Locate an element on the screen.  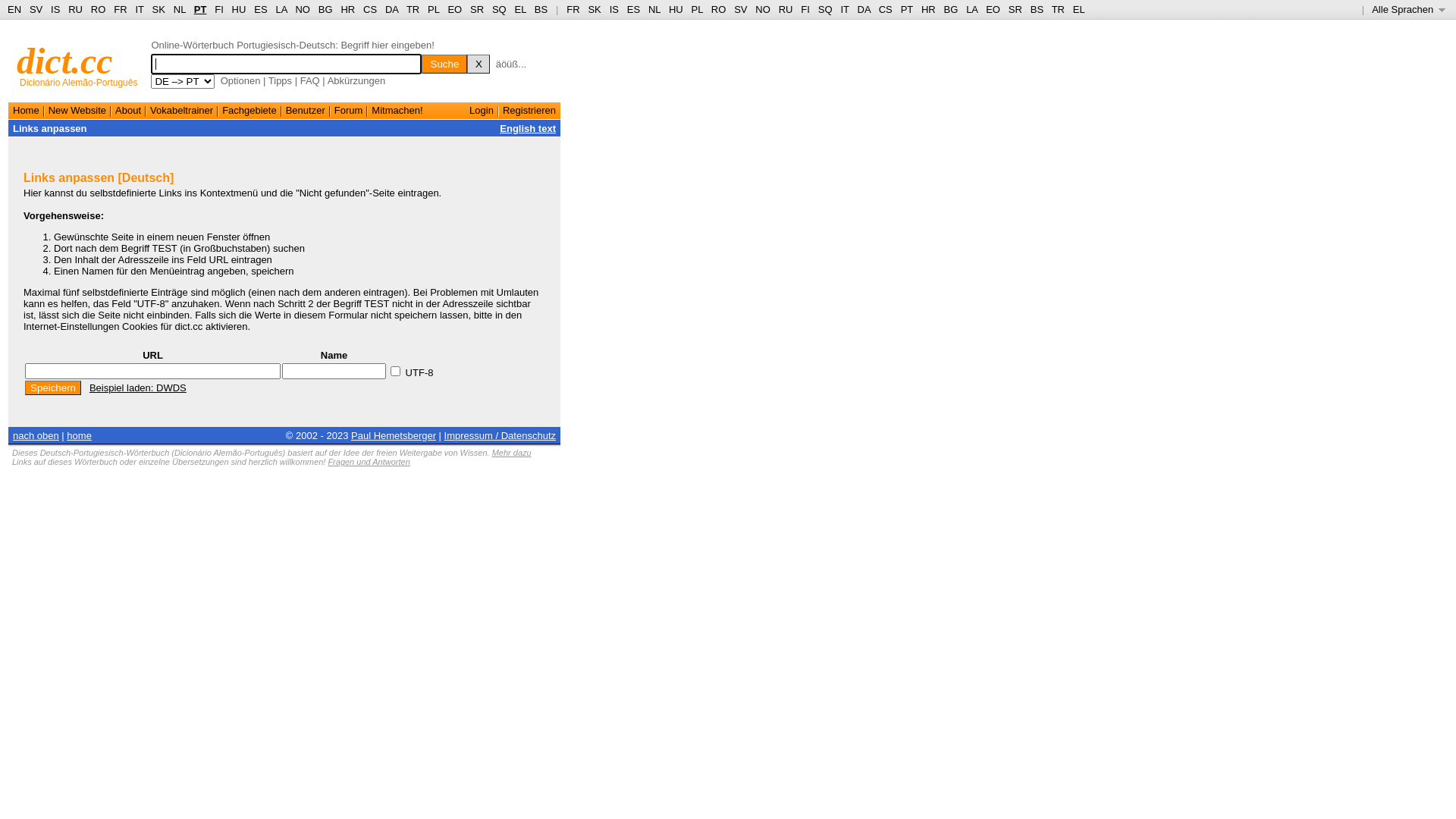
'PT' is located at coordinates (199, 9).